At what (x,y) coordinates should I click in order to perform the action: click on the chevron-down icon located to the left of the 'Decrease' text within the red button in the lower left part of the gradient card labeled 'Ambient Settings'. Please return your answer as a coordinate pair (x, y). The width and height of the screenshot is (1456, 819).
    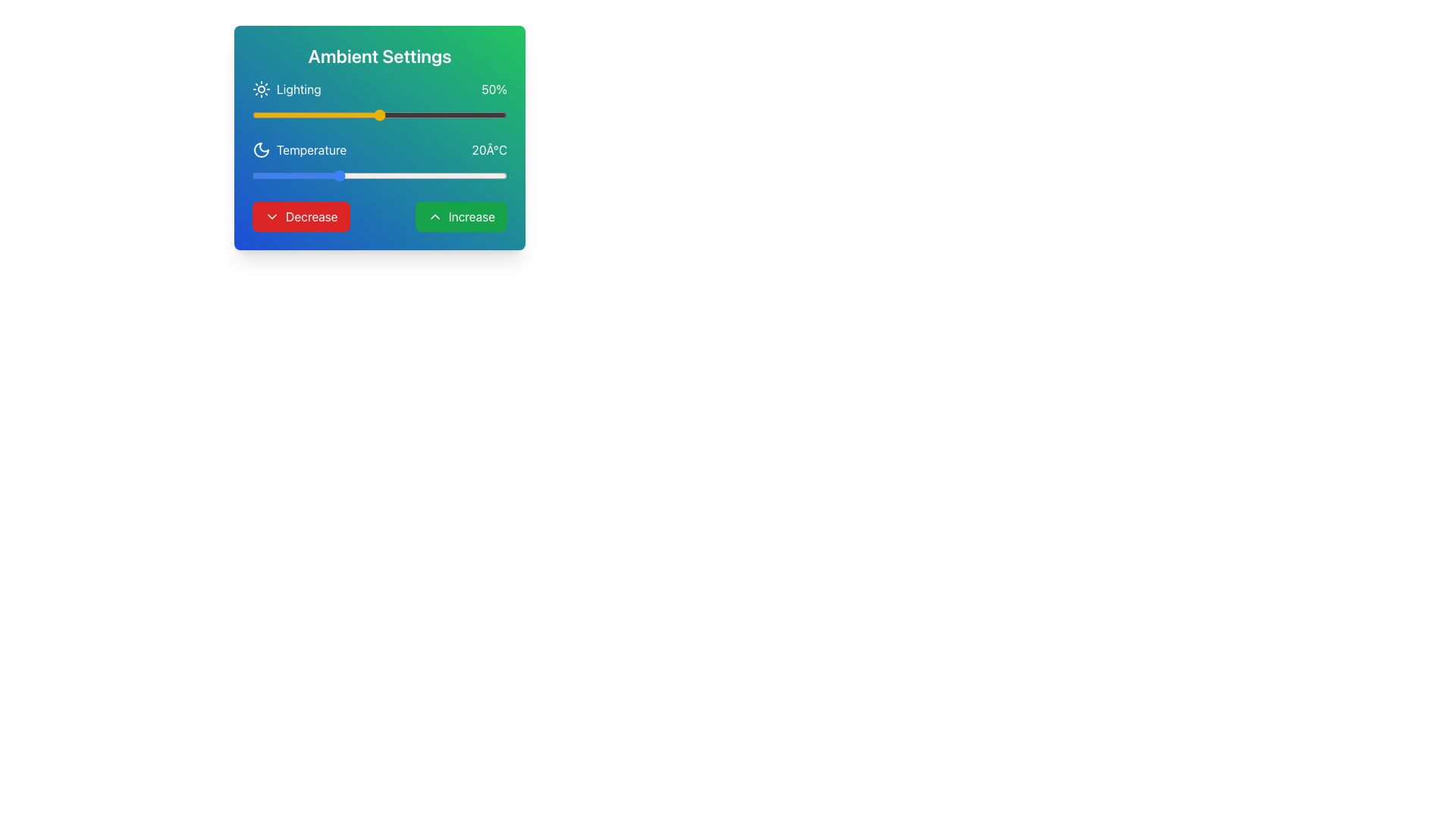
    Looking at the image, I should click on (272, 216).